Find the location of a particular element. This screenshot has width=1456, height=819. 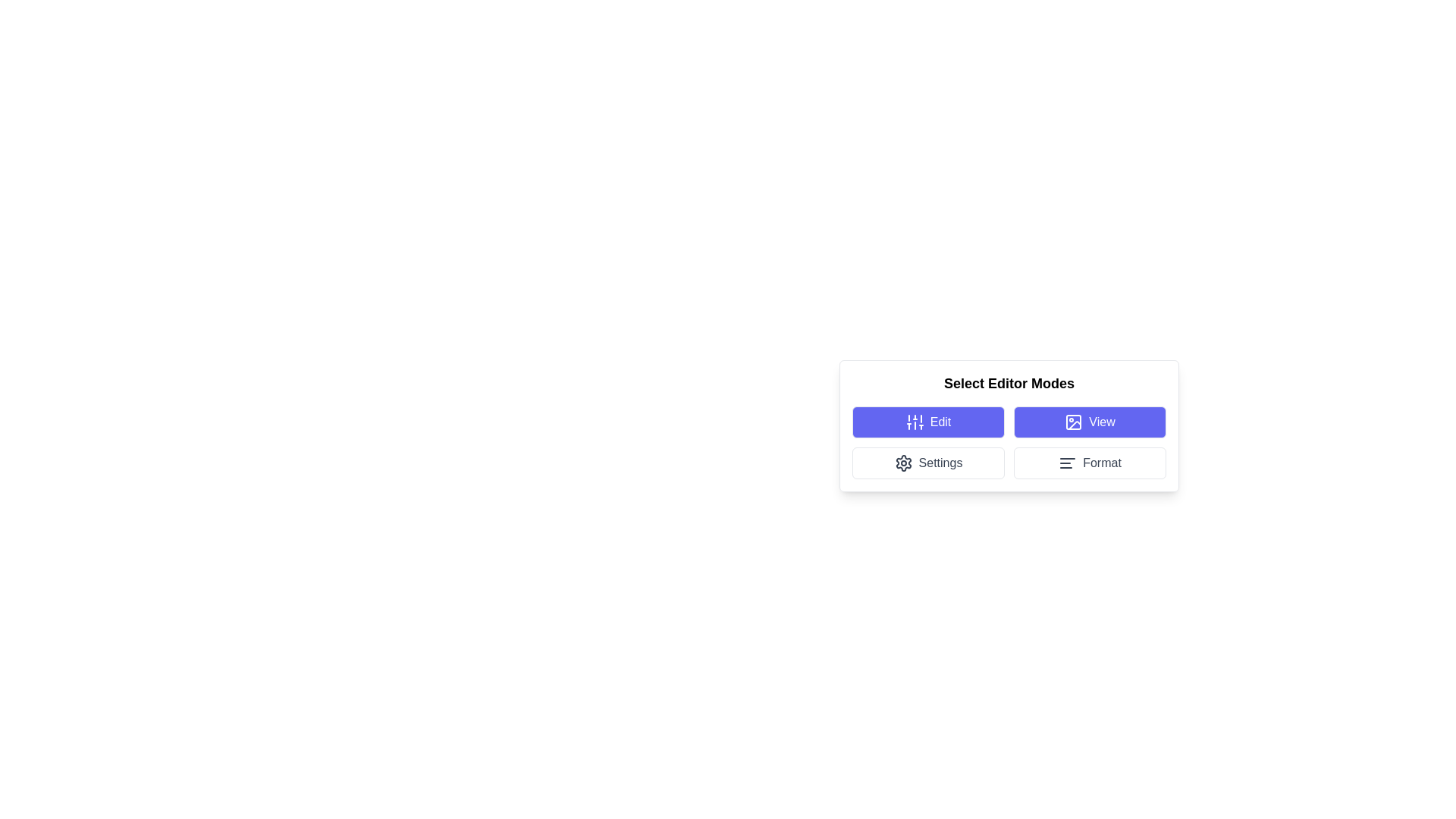

the 'Settings' button that contains the SVG icon representing gears, which is located under the 'Select Editor Modes' header and to the left of the label text is located at coordinates (903, 462).